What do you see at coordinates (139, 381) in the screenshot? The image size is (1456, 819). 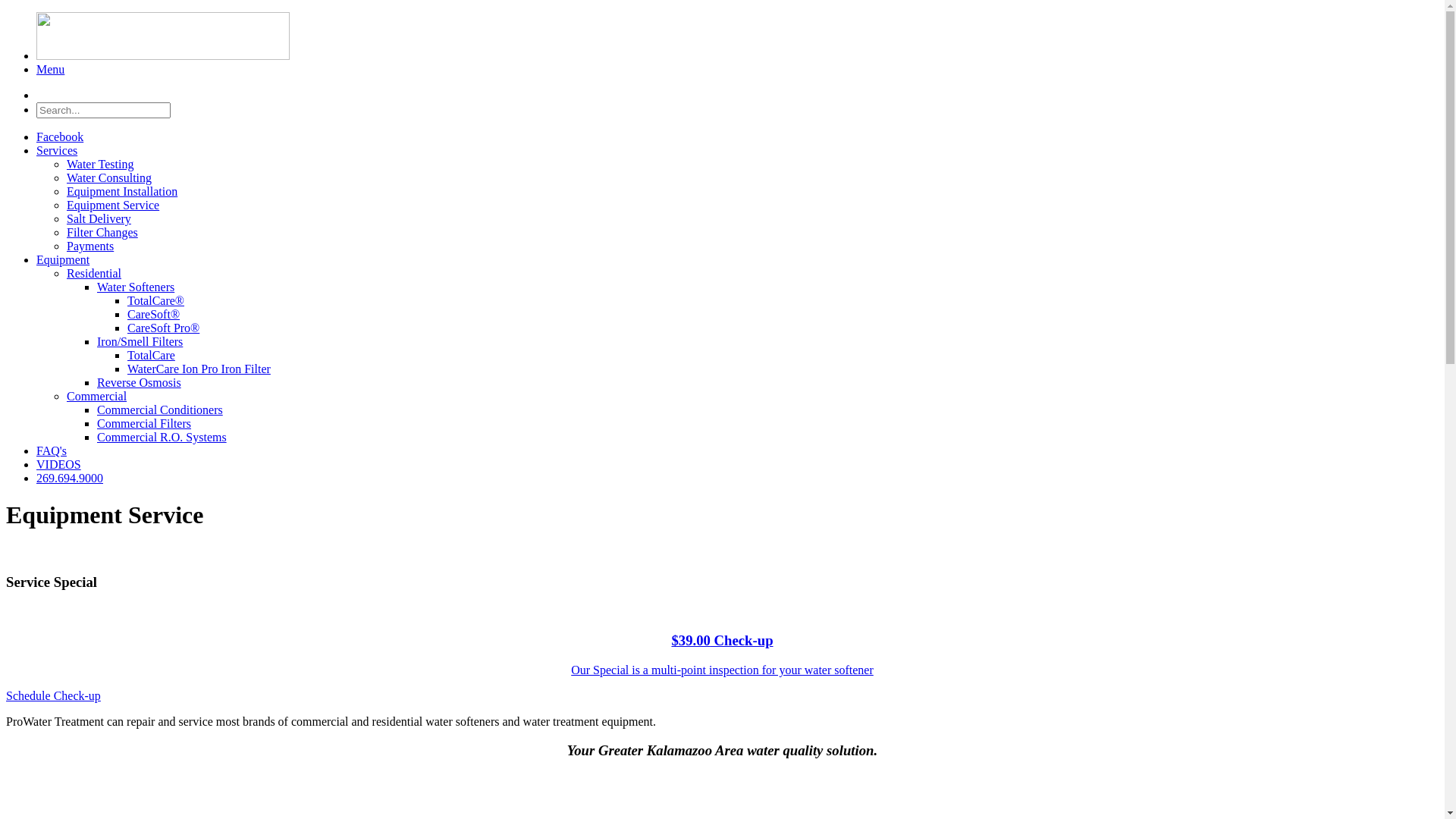 I see `'Reverse Osmosis'` at bounding box center [139, 381].